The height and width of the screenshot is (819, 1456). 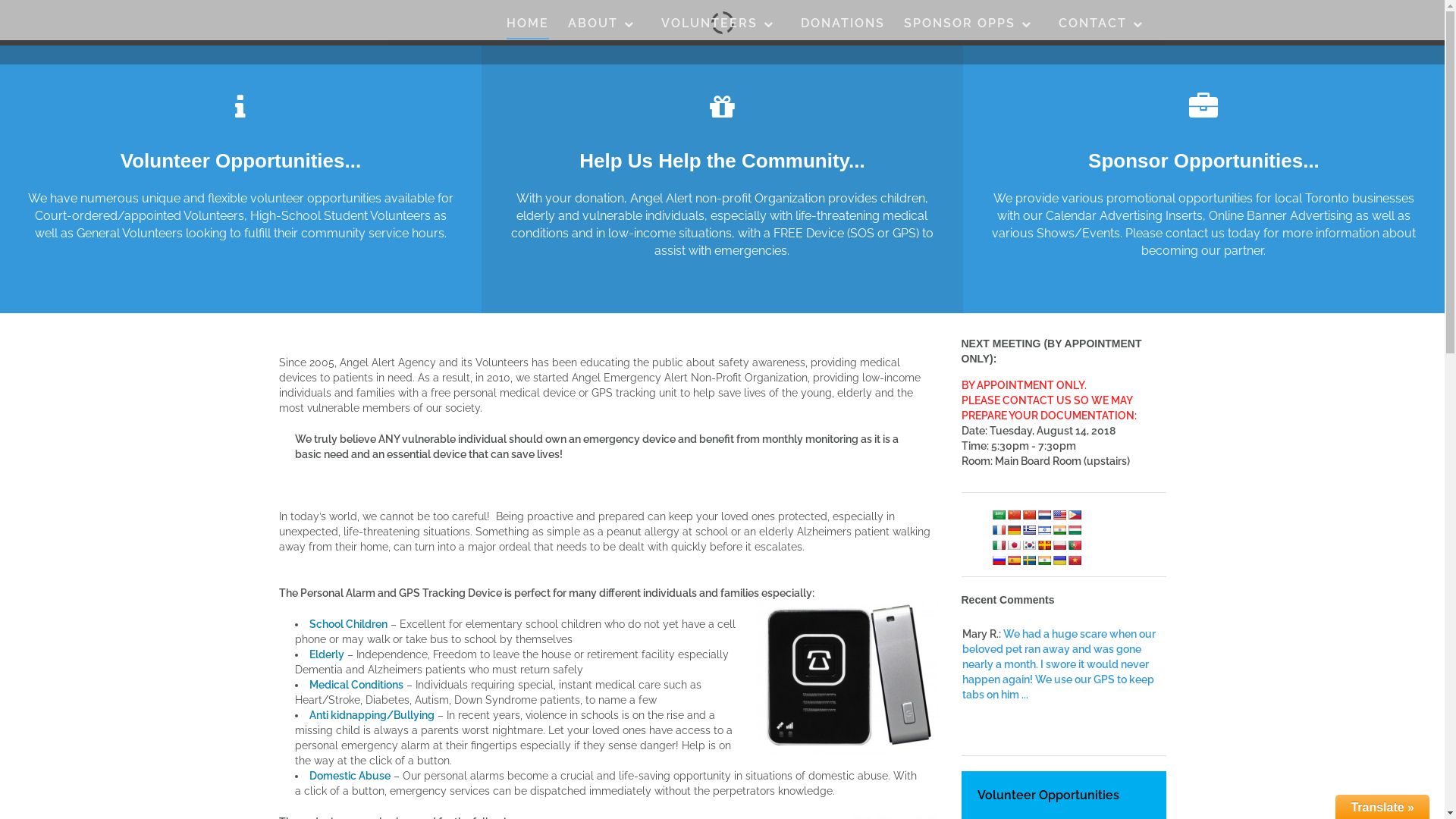 What do you see at coordinates (998, 543) in the screenshot?
I see `'Italian'` at bounding box center [998, 543].